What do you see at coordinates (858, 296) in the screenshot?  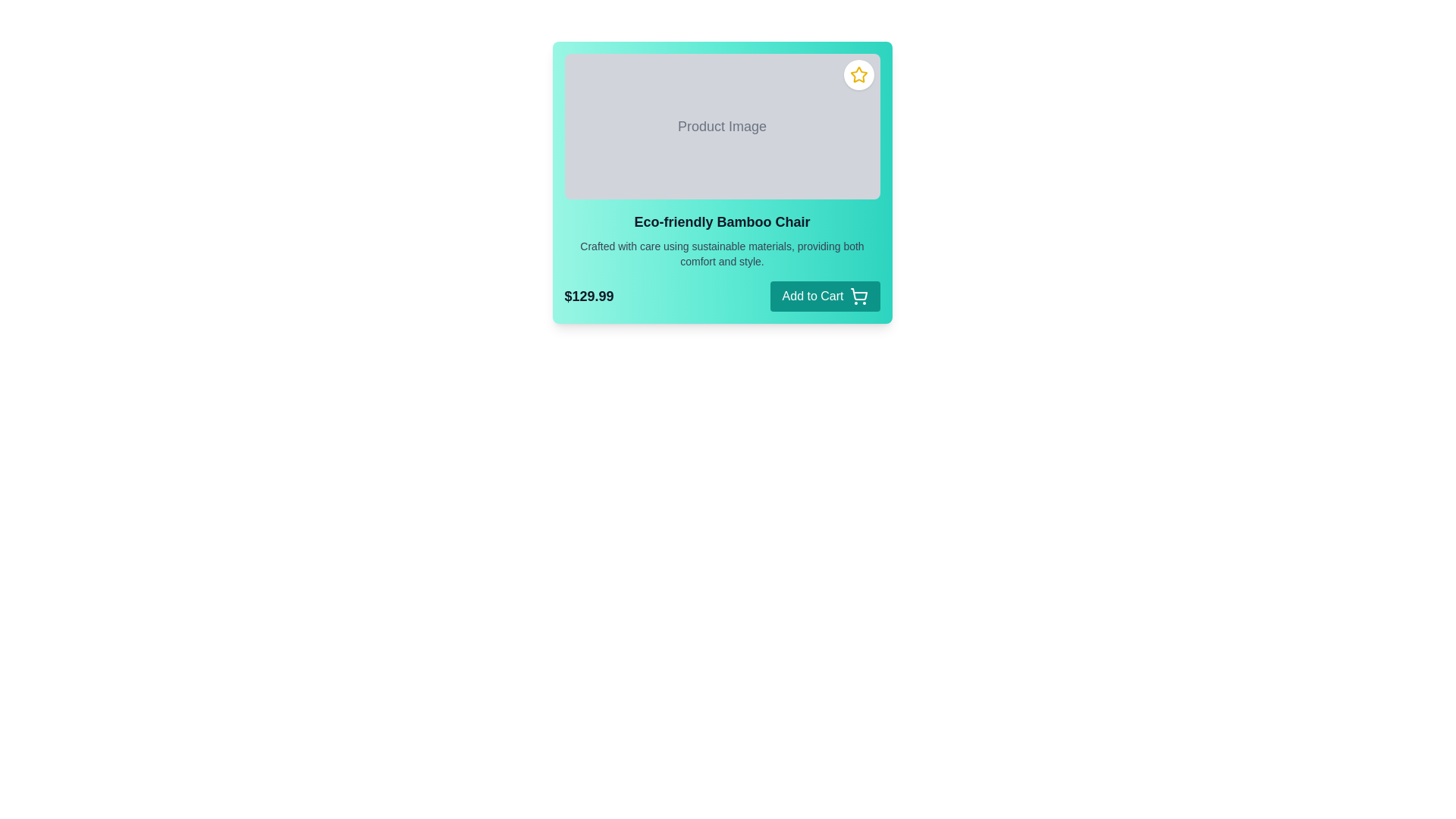 I see `the shopping cart icon located within the 'Add to Cart' button at the bottom-right section of the card interface` at bounding box center [858, 296].